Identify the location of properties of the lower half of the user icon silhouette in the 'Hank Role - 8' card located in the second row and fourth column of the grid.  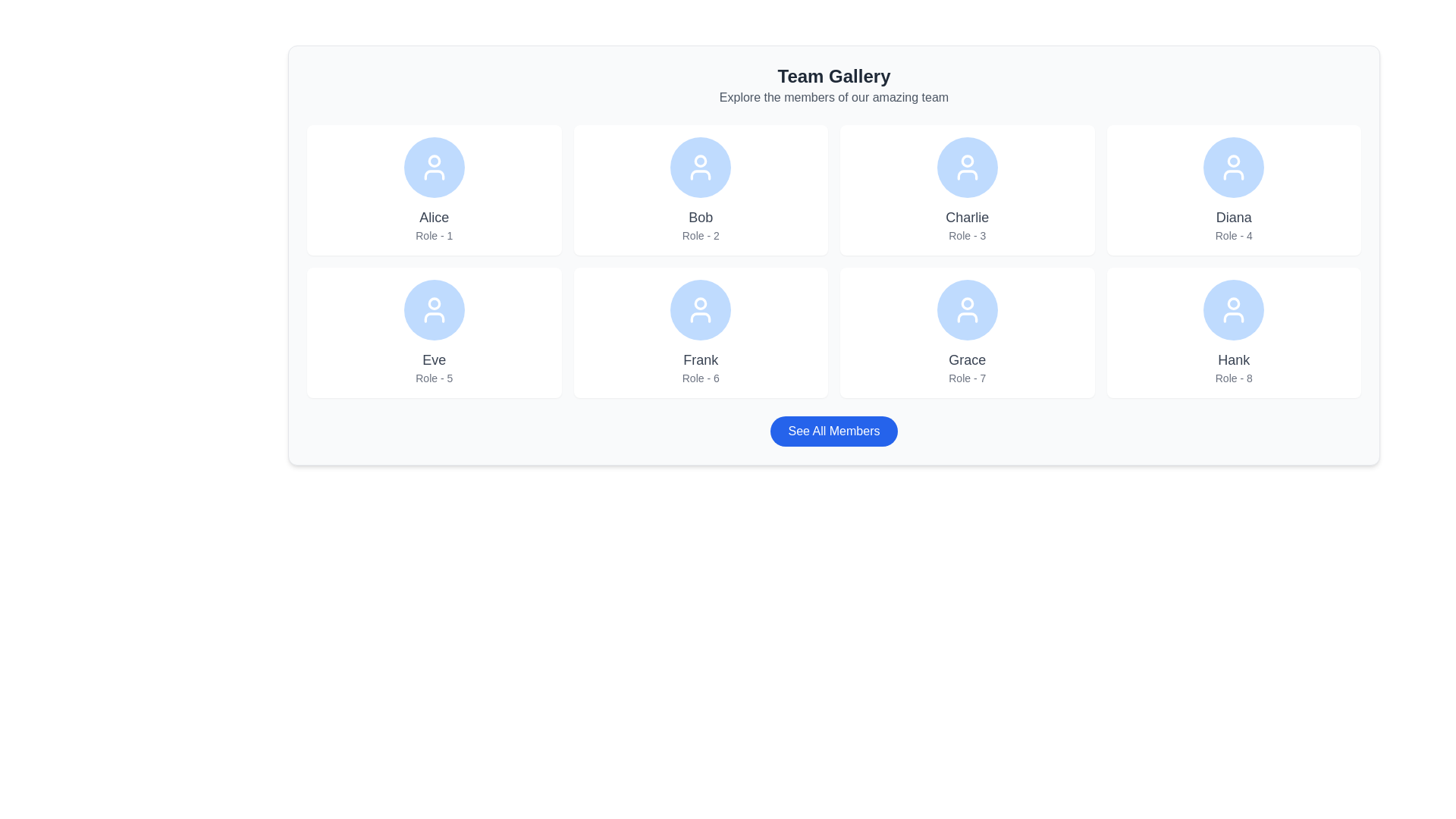
(1234, 317).